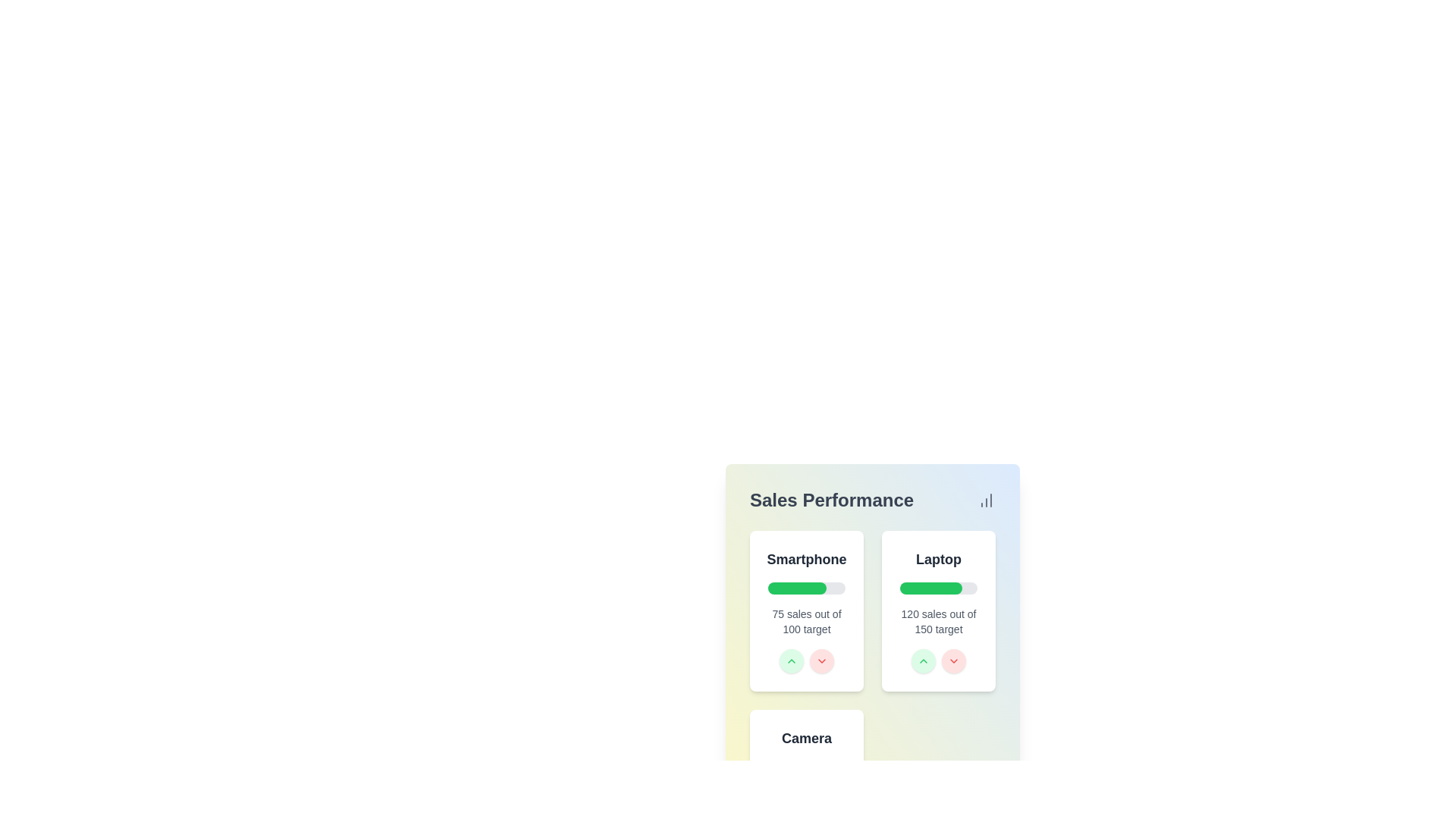 The height and width of the screenshot is (819, 1456). What do you see at coordinates (938, 587) in the screenshot?
I see `the progress representation of the horizontal progress bar with a gray background and green-filled indicator located below the '120 sales out of 150 target' text` at bounding box center [938, 587].